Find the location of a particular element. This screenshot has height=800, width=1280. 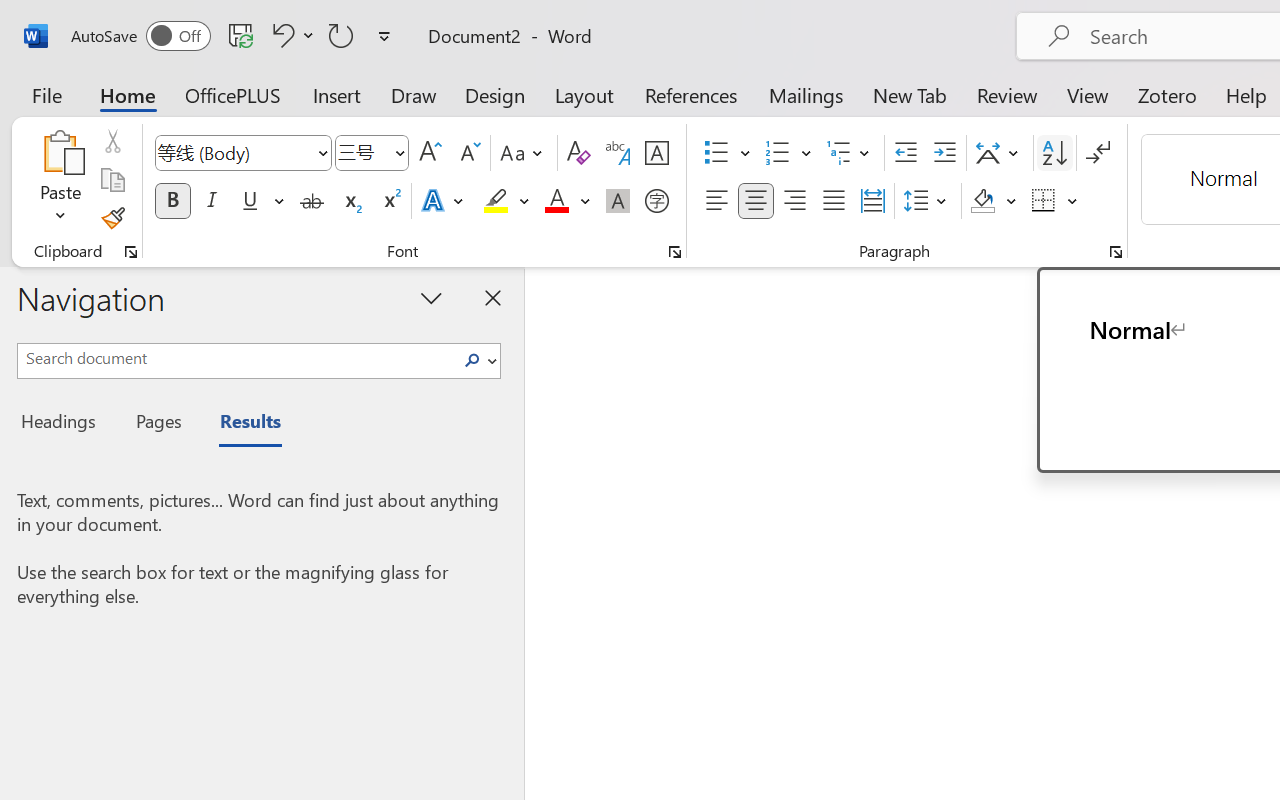

'OfficePLUS' is located at coordinates (233, 94).